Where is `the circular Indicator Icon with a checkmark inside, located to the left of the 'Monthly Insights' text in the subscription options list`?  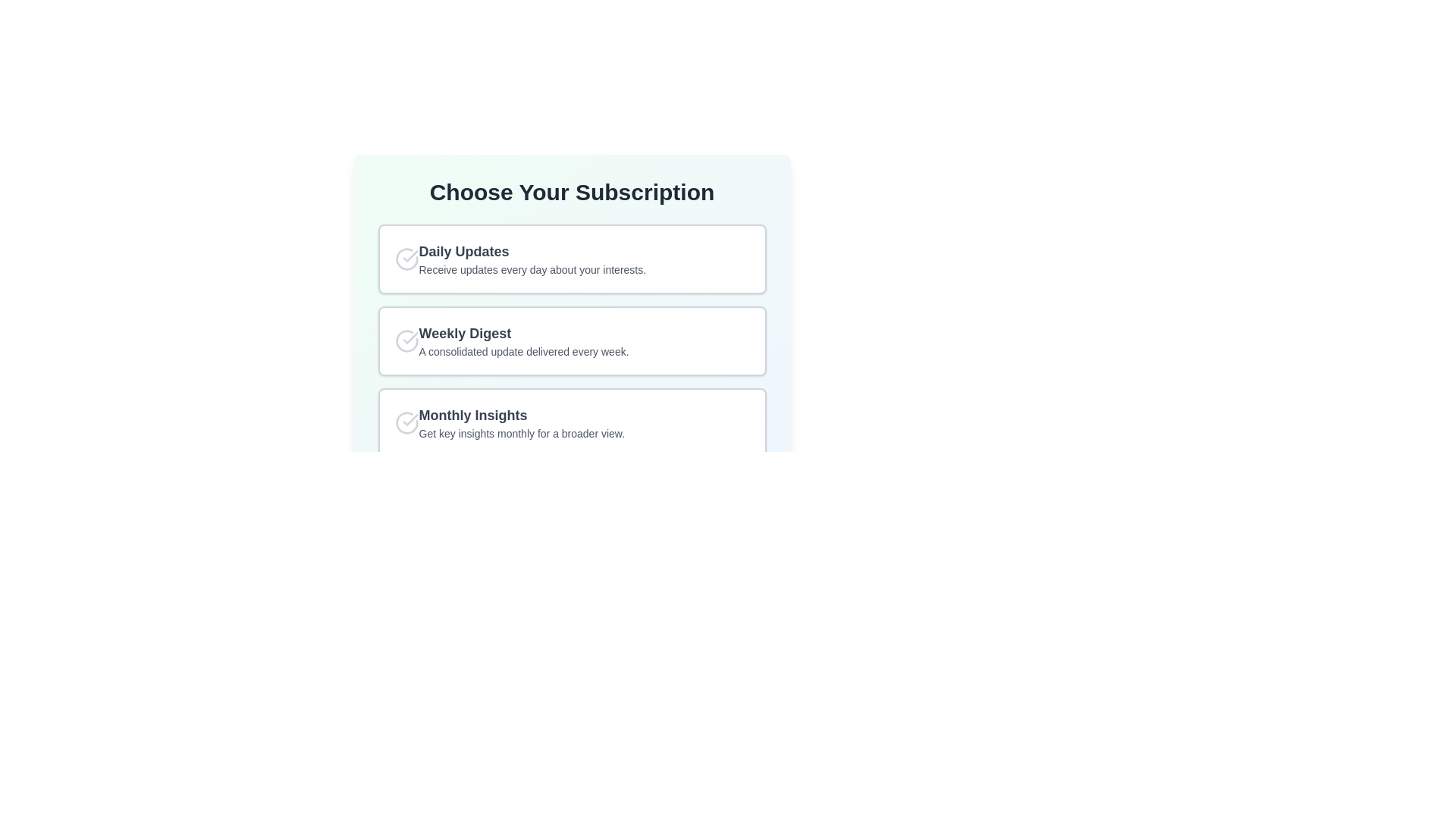 the circular Indicator Icon with a checkmark inside, located to the left of the 'Monthly Insights' text in the subscription options list is located at coordinates (406, 423).